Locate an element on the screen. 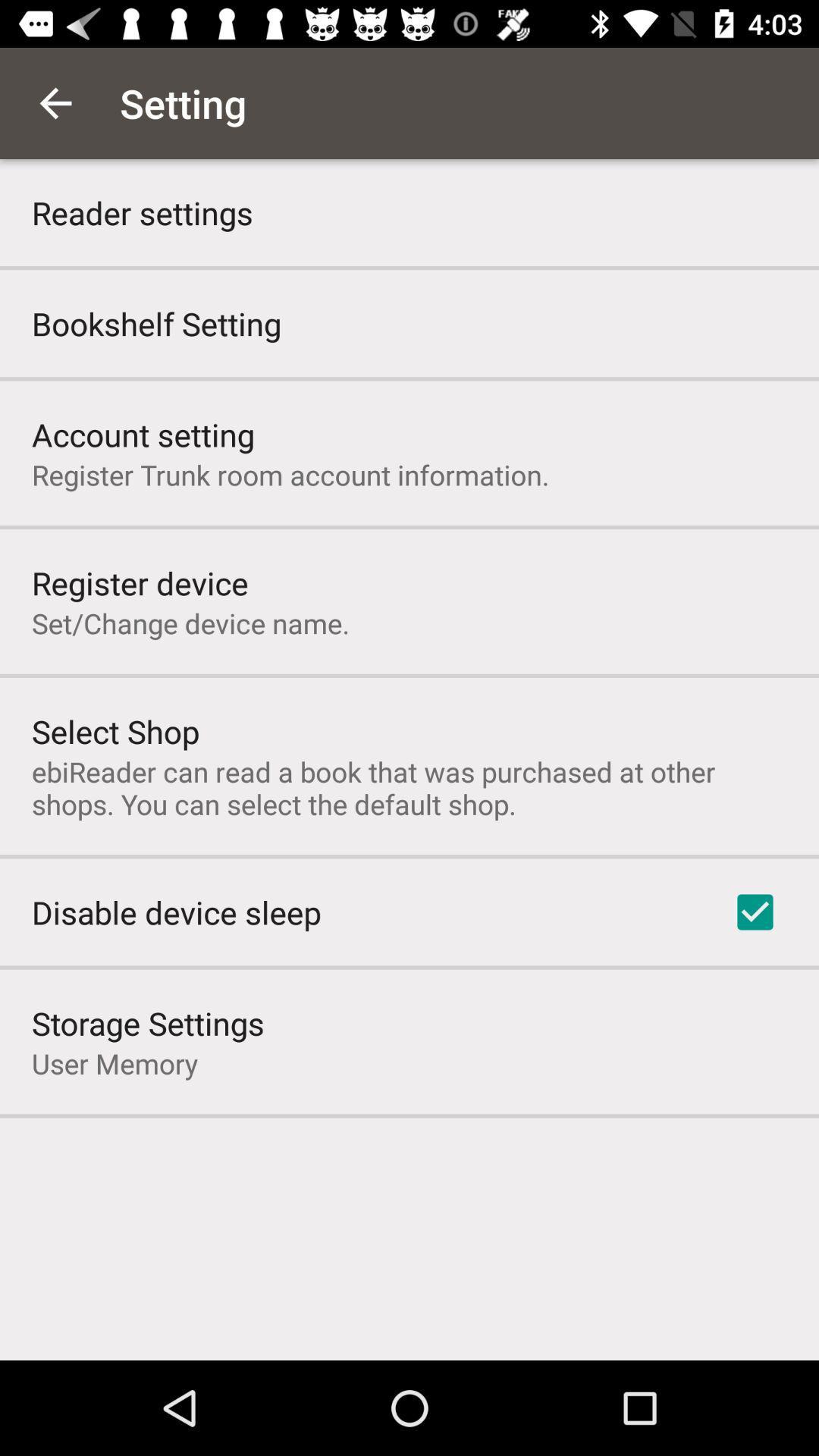  item above the register trunk room icon is located at coordinates (143, 433).